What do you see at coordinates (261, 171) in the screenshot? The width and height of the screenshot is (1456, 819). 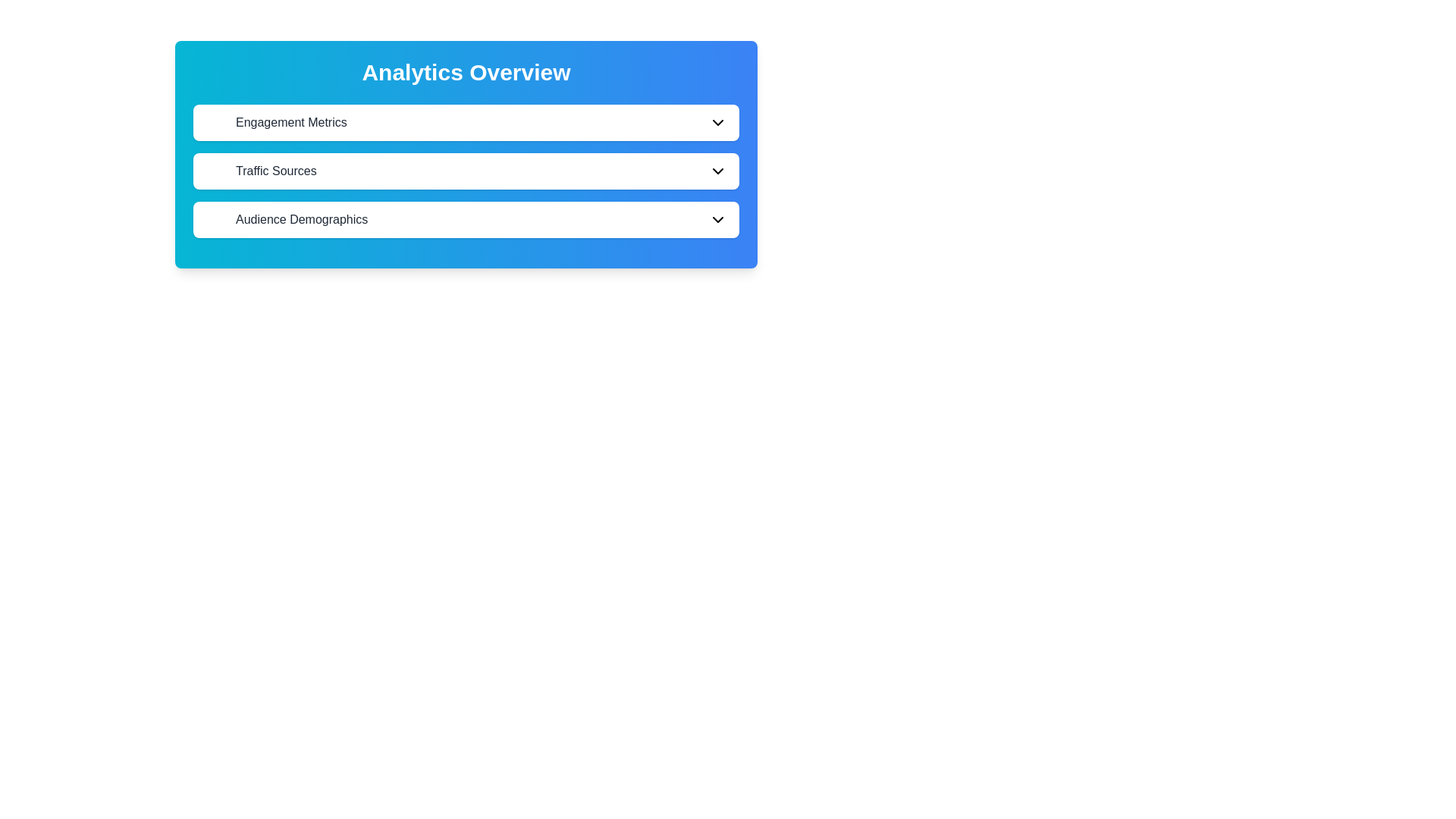 I see `the 'Traffic Source Analytics' text label located in the center panel, specifically in the second row` at bounding box center [261, 171].